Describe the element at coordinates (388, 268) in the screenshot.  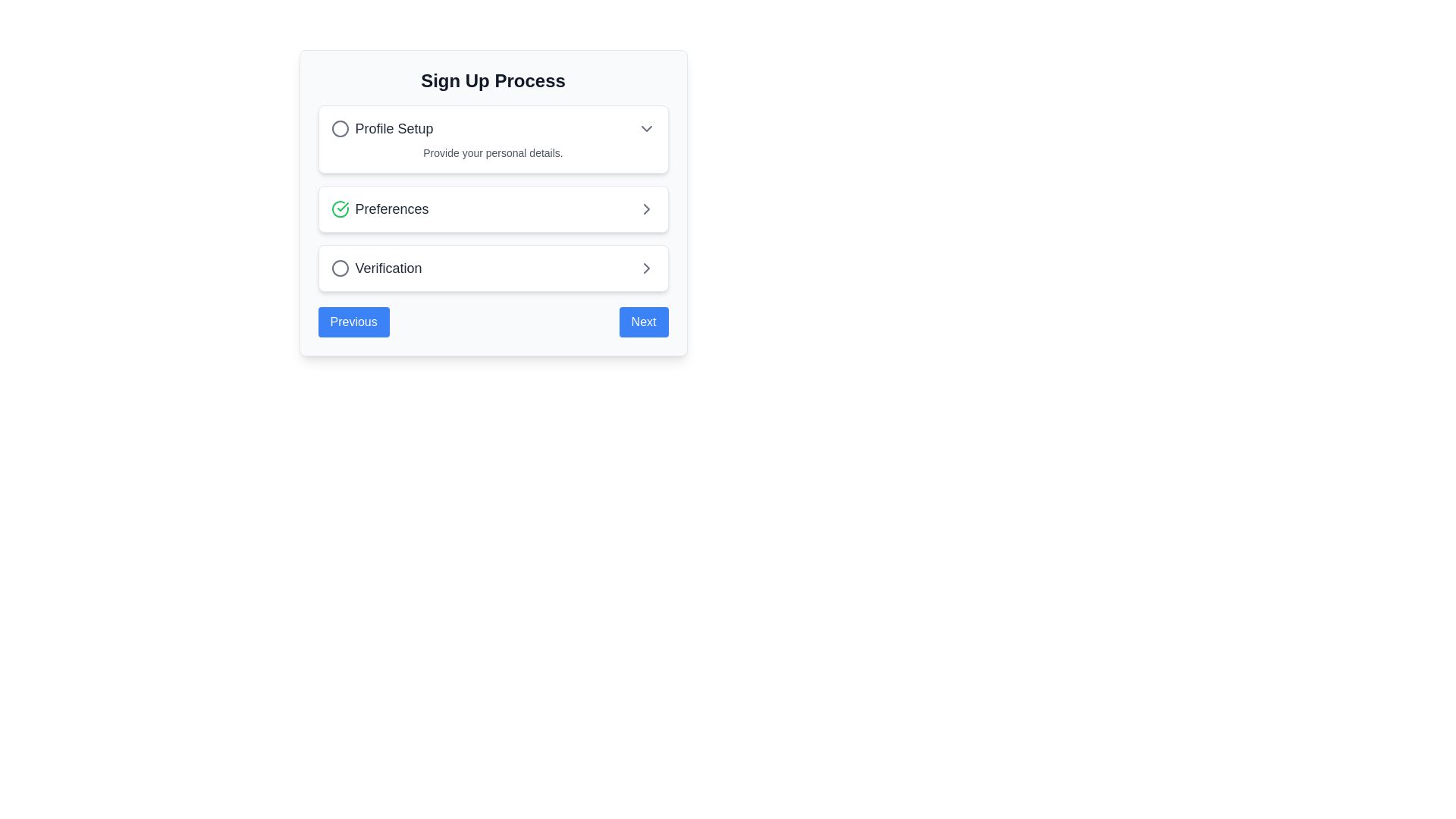
I see `the 'Verification' text label, which is the second element in the navigation step component of the sign-up process` at that location.